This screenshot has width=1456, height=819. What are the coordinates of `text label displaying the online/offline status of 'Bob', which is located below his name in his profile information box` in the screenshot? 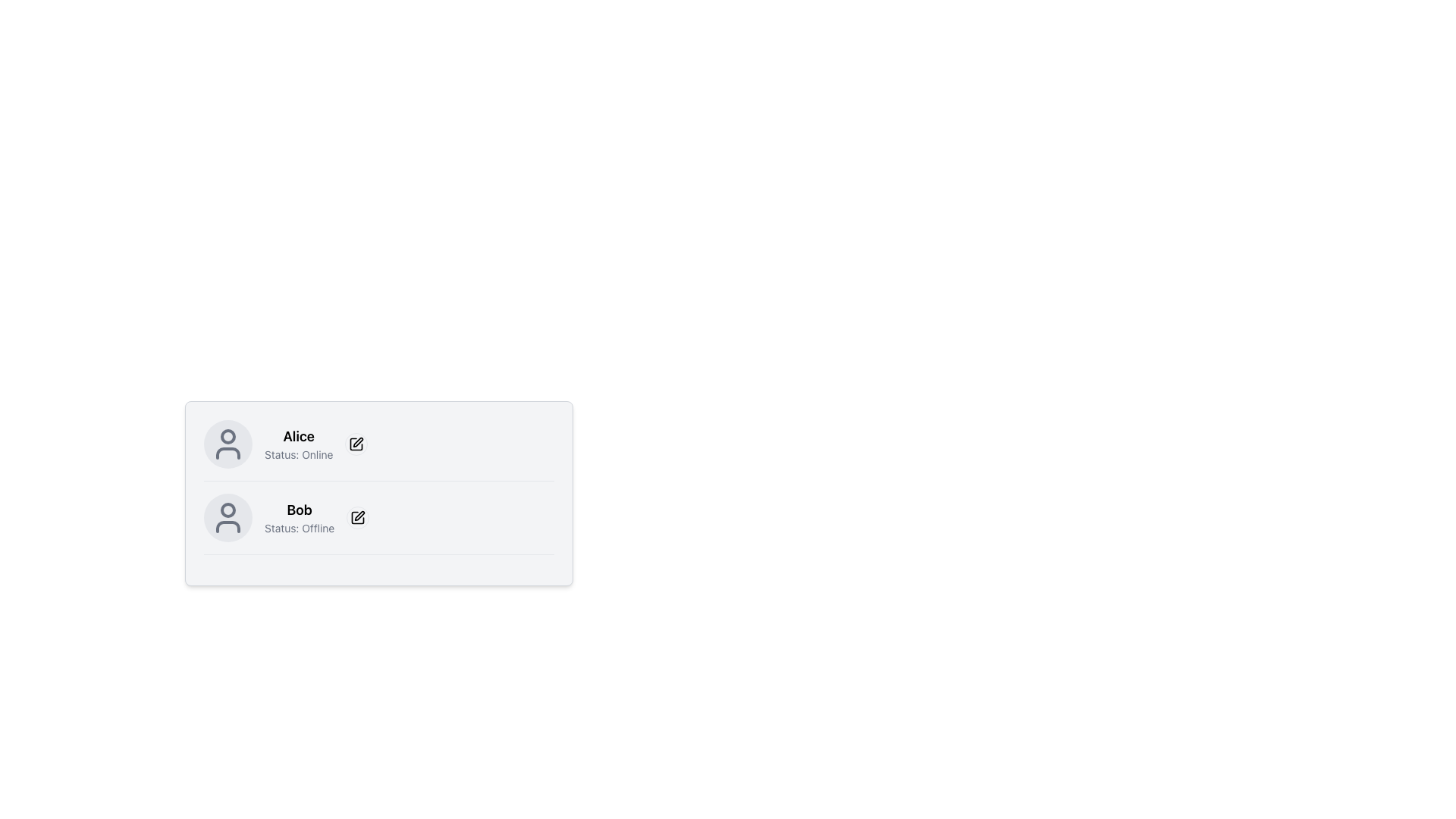 It's located at (300, 528).